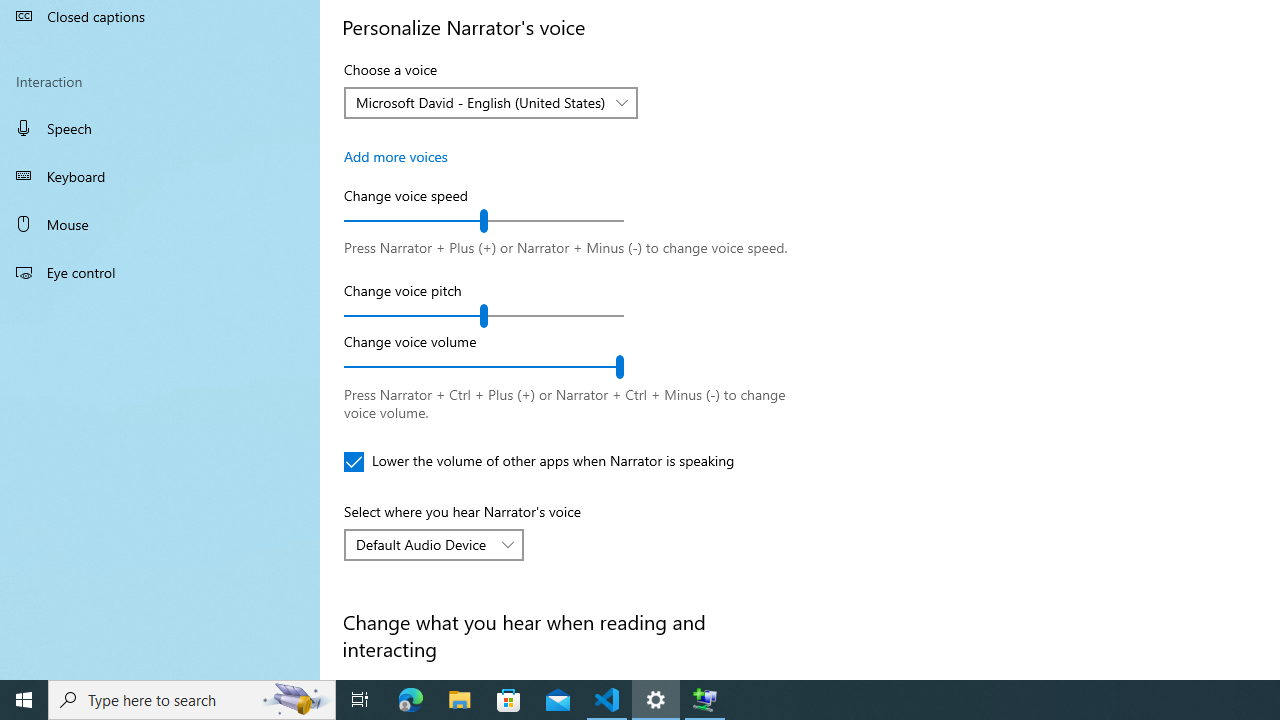  Describe the element at coordinates (606, 698) in the screenshot. I see `'Visual Studio Code - 1 running window'` at that location.